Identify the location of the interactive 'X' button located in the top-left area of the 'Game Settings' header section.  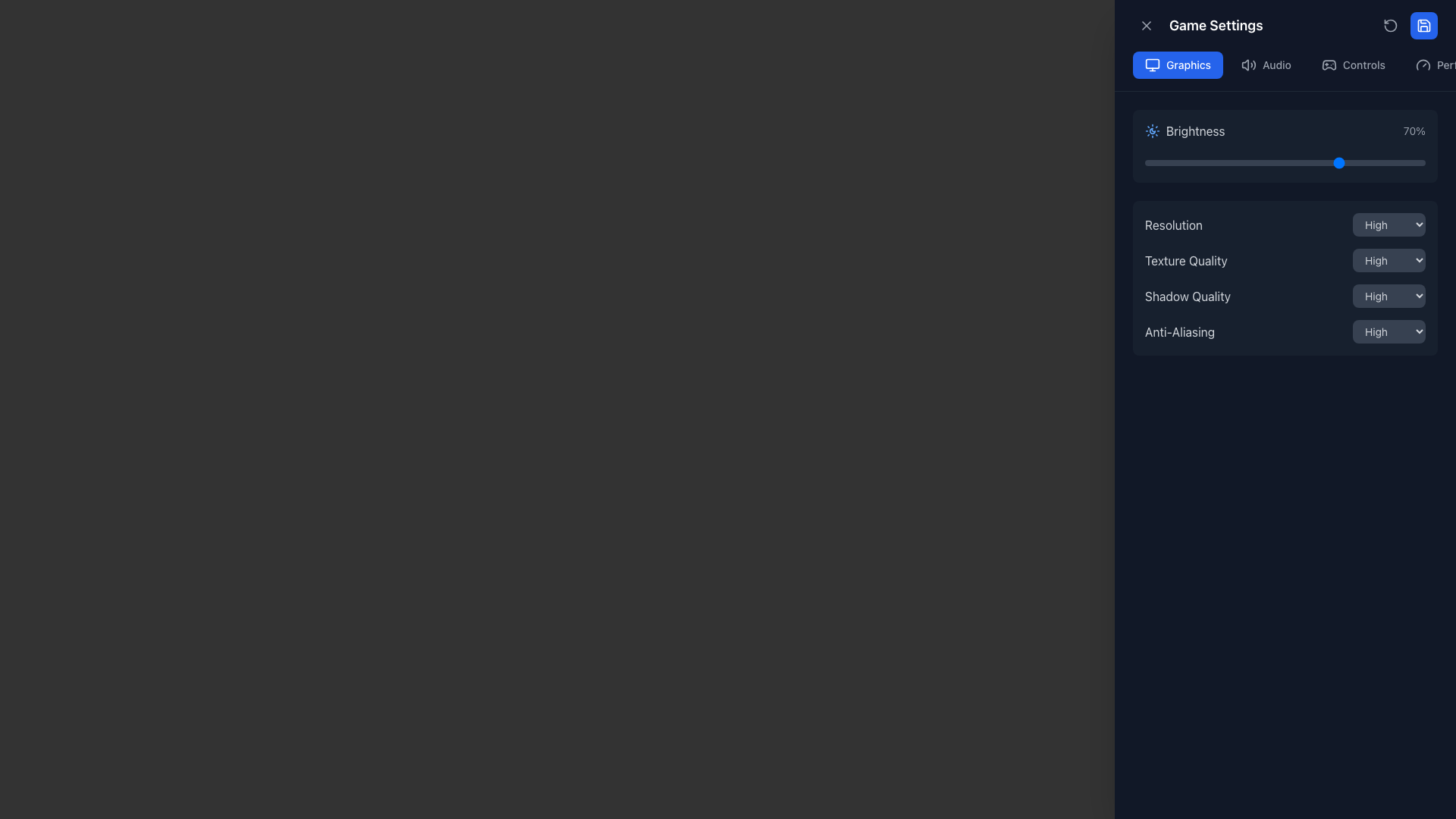
(1147, 26).